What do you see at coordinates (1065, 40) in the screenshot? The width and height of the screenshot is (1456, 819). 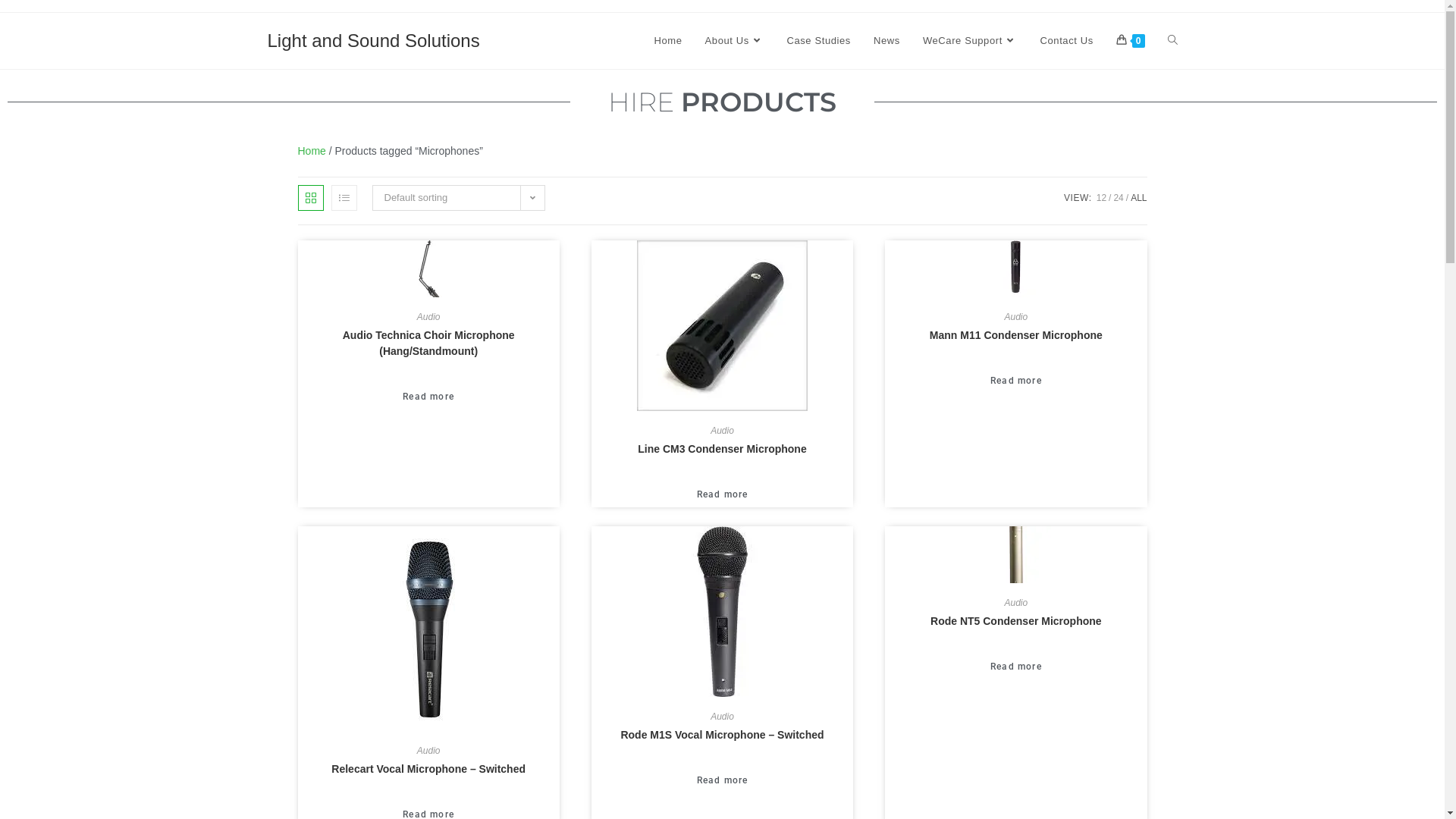 I see `'Contact Us'` at bounding box center [1065, 40].